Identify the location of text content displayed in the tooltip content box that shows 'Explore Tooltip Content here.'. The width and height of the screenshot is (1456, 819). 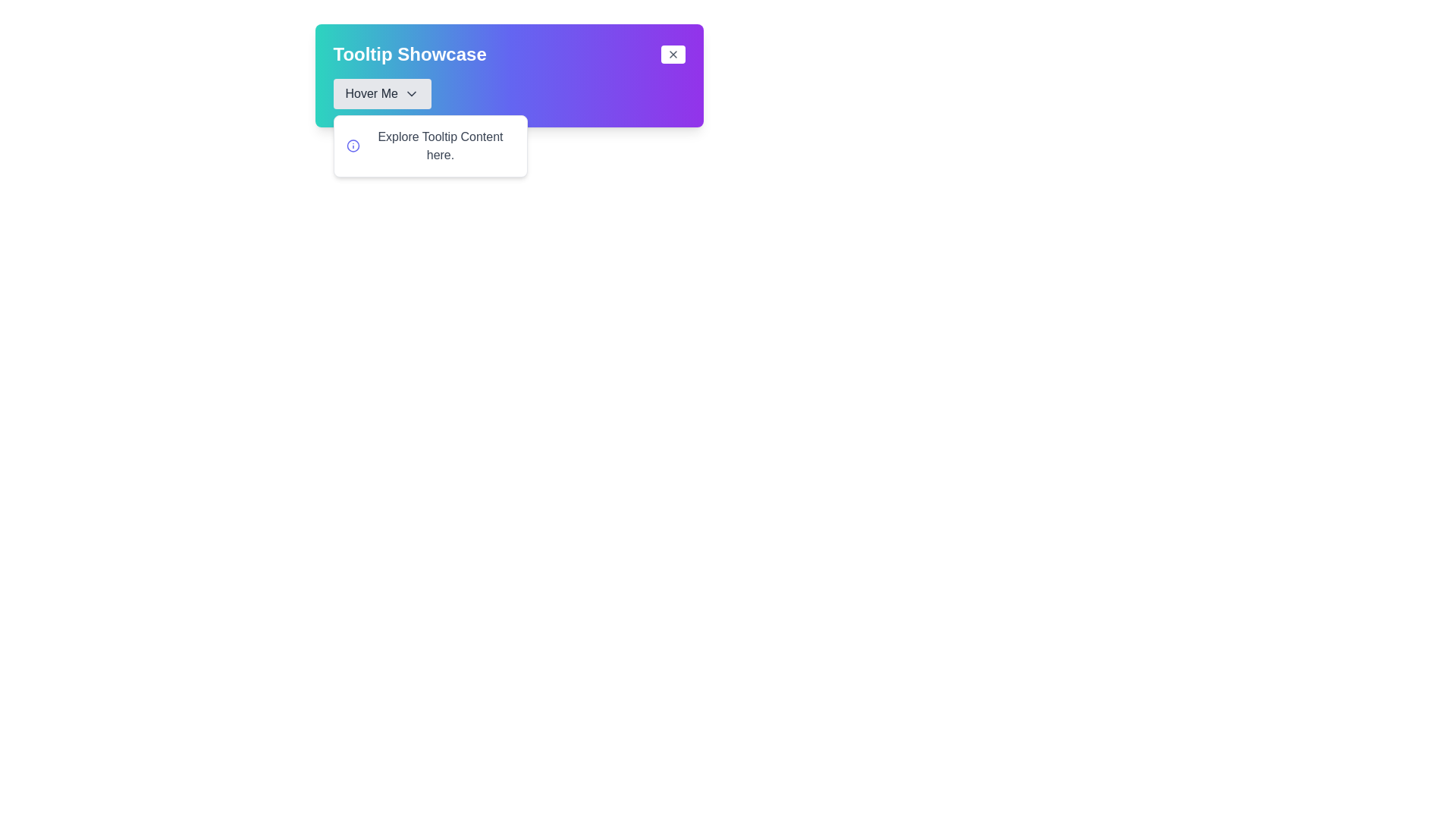
(439, 146).